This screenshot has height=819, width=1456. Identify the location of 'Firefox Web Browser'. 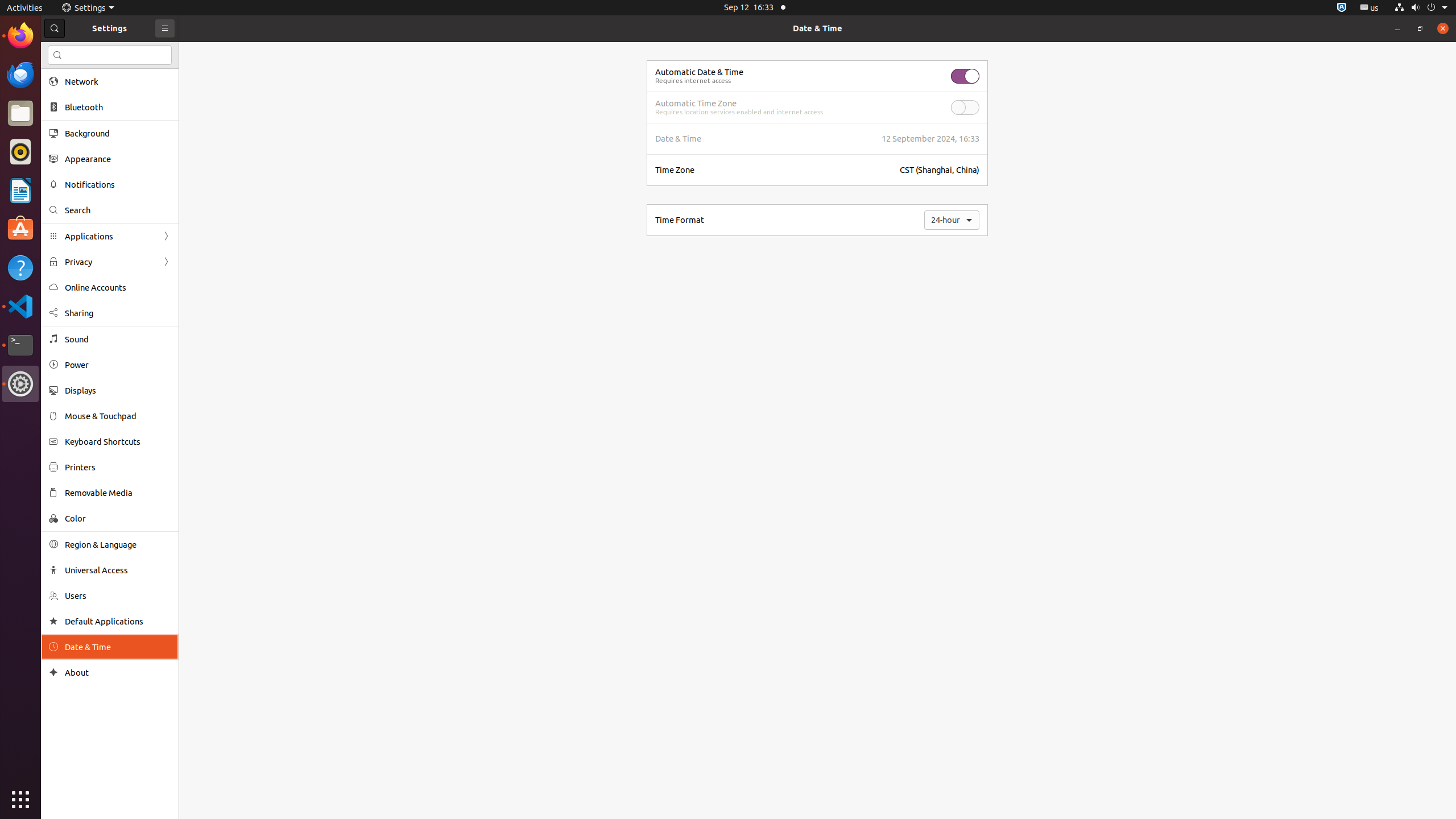
(20, 35).